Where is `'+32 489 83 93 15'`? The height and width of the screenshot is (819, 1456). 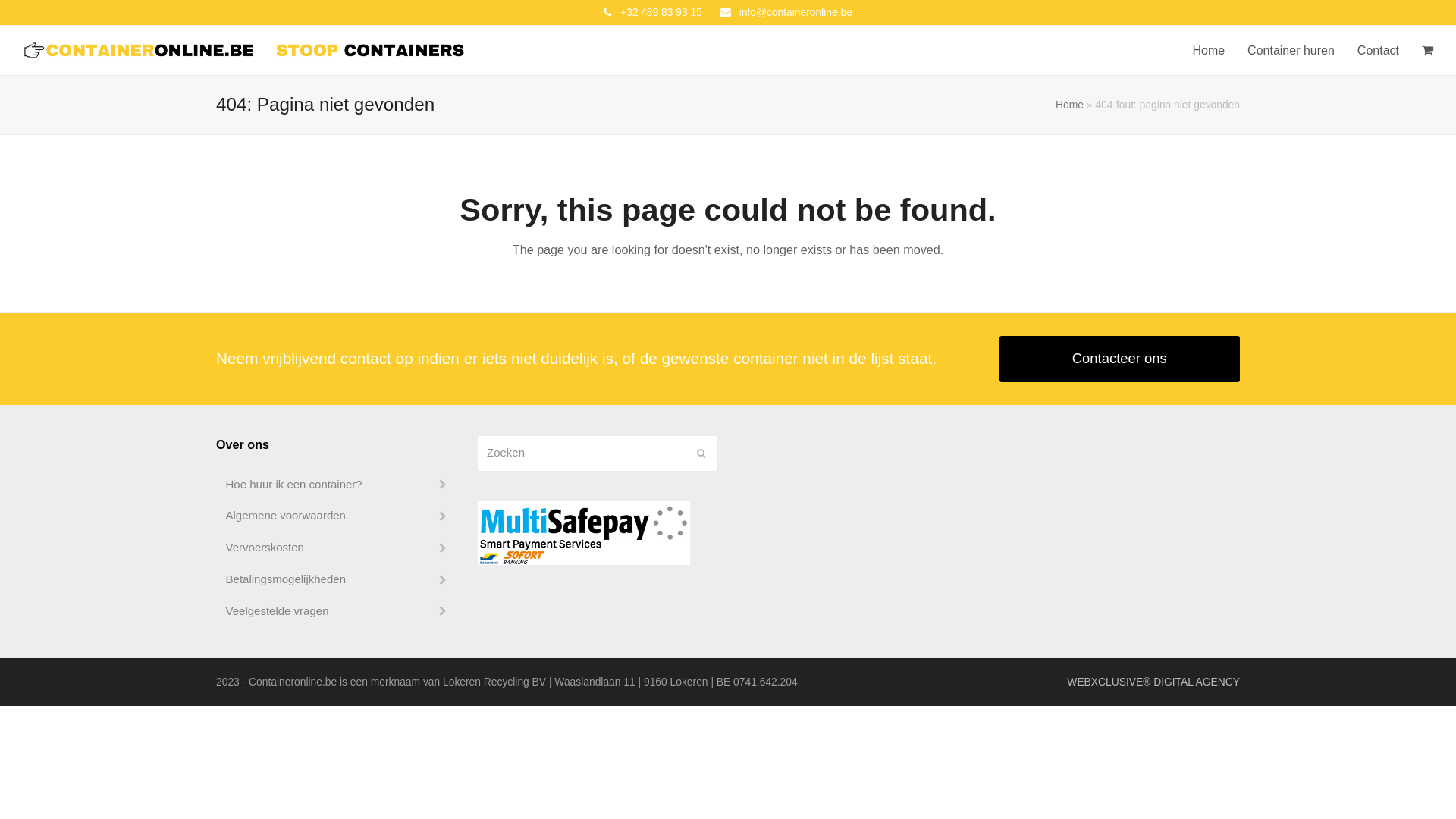 '+32 489 83 93 15' is located at coordinates (661, 11).